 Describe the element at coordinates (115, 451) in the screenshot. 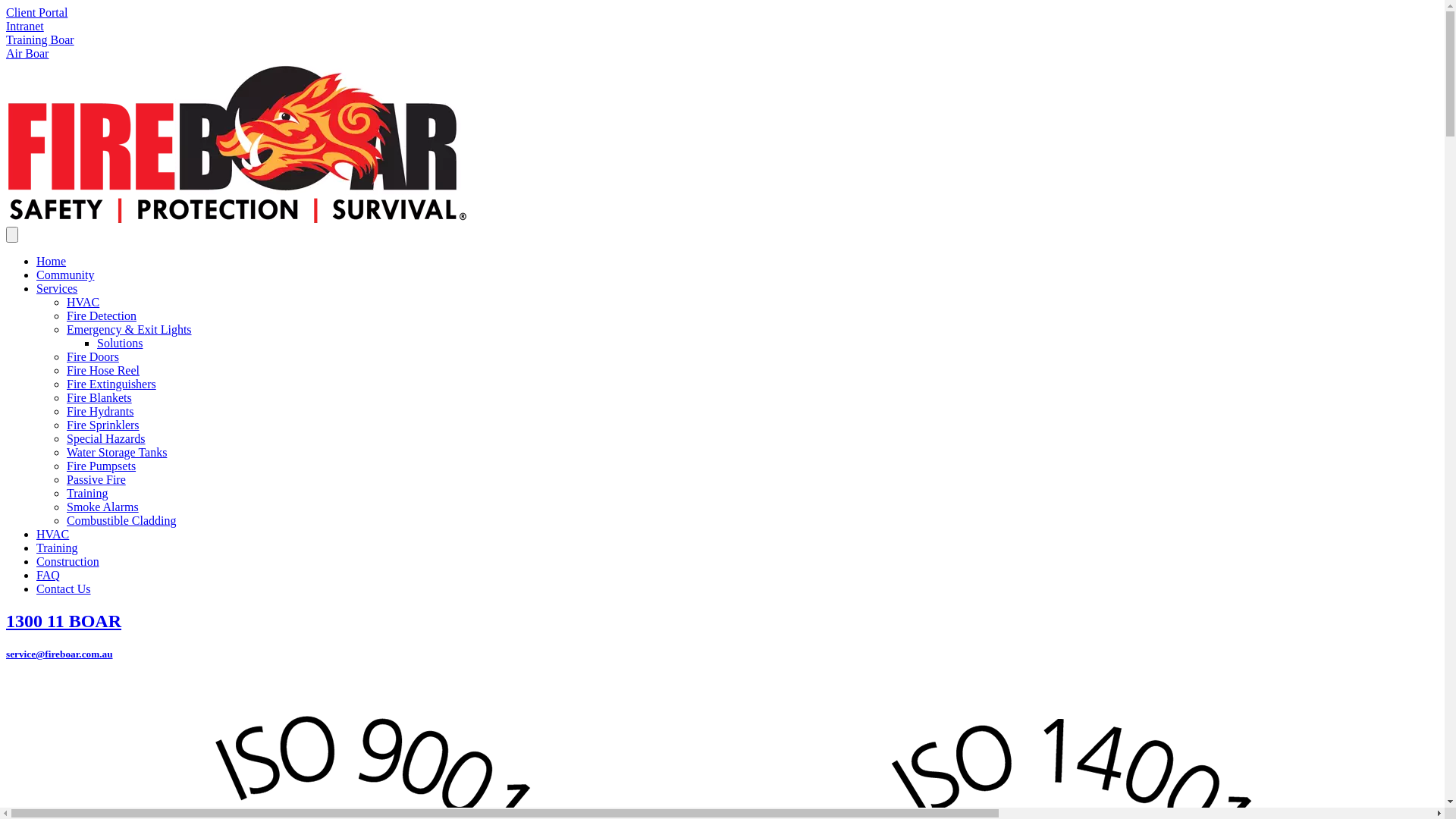

I see `'Water Storage Tanks'` at that location.